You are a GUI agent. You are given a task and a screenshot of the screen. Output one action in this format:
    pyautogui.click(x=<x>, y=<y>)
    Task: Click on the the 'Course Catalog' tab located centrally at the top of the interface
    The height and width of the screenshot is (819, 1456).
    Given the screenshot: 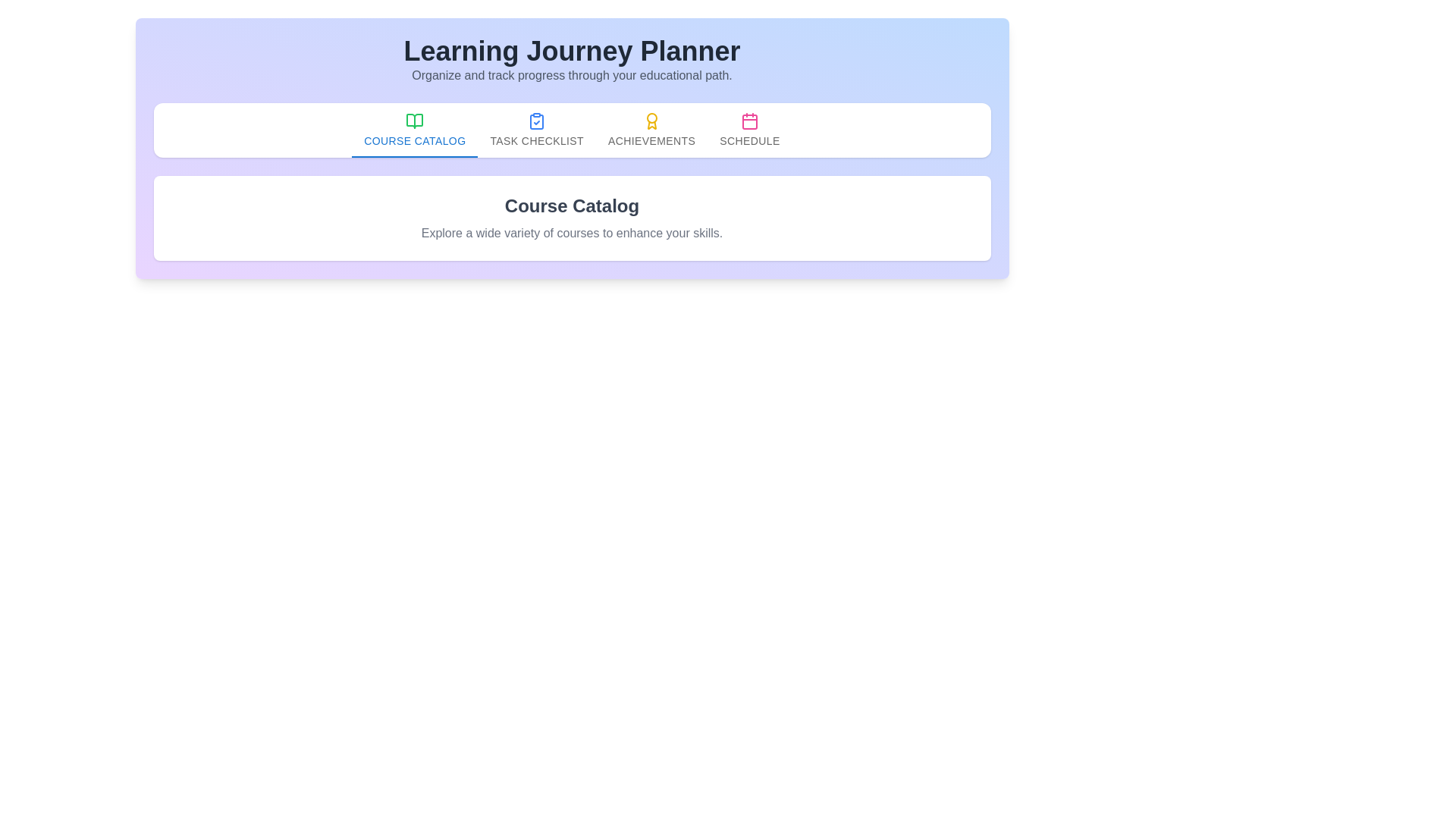 What is the action you would take?
    pyautogui.click(x=415, y=130)
    